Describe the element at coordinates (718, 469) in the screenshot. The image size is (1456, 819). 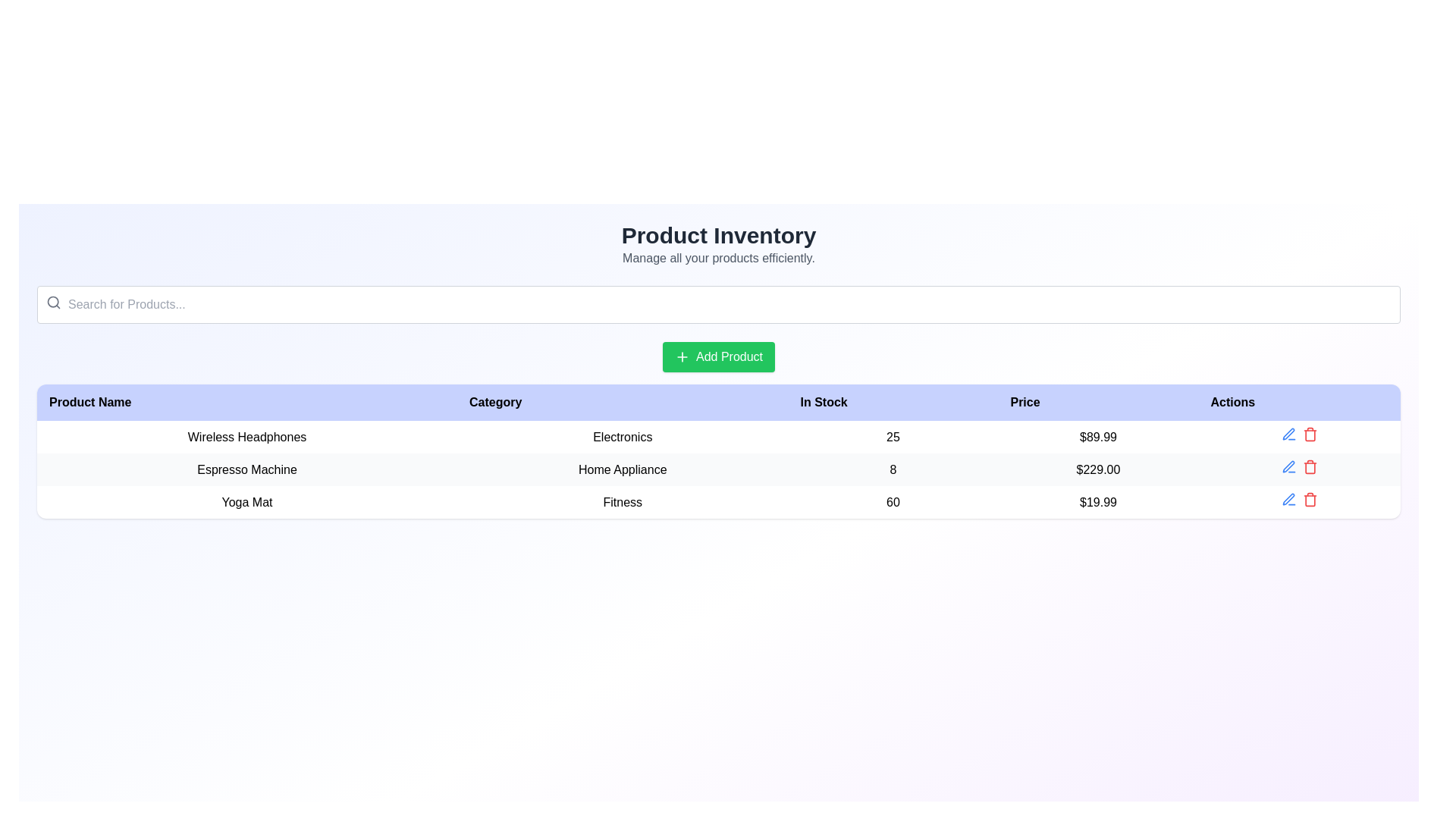
I see `the action icons in the second row of the 'Product Inventory' table, which displays details about the product 'Espresso Machine'` at that location.